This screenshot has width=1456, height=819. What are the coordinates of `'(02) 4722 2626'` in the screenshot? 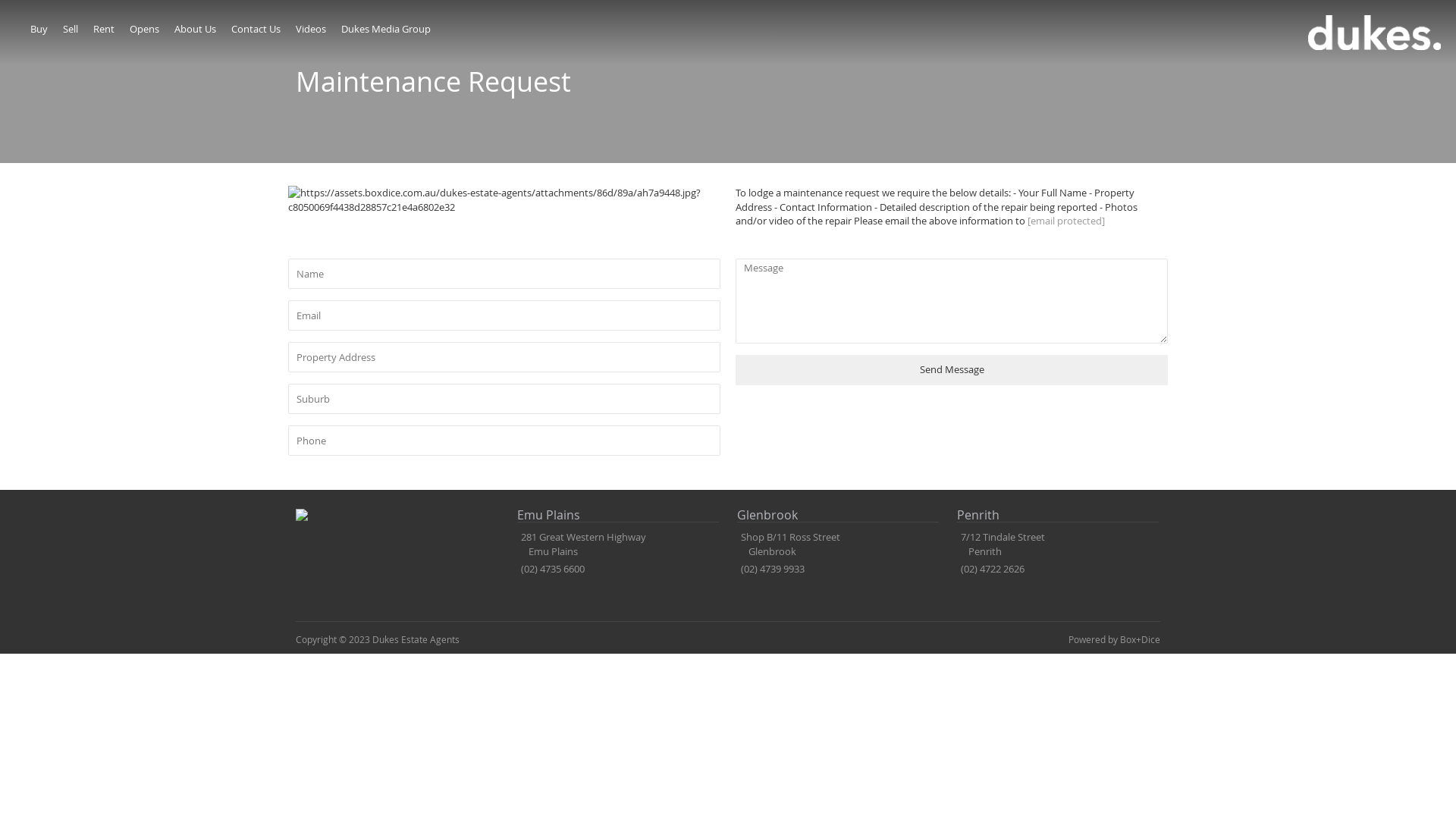 It's located at (960, 568).